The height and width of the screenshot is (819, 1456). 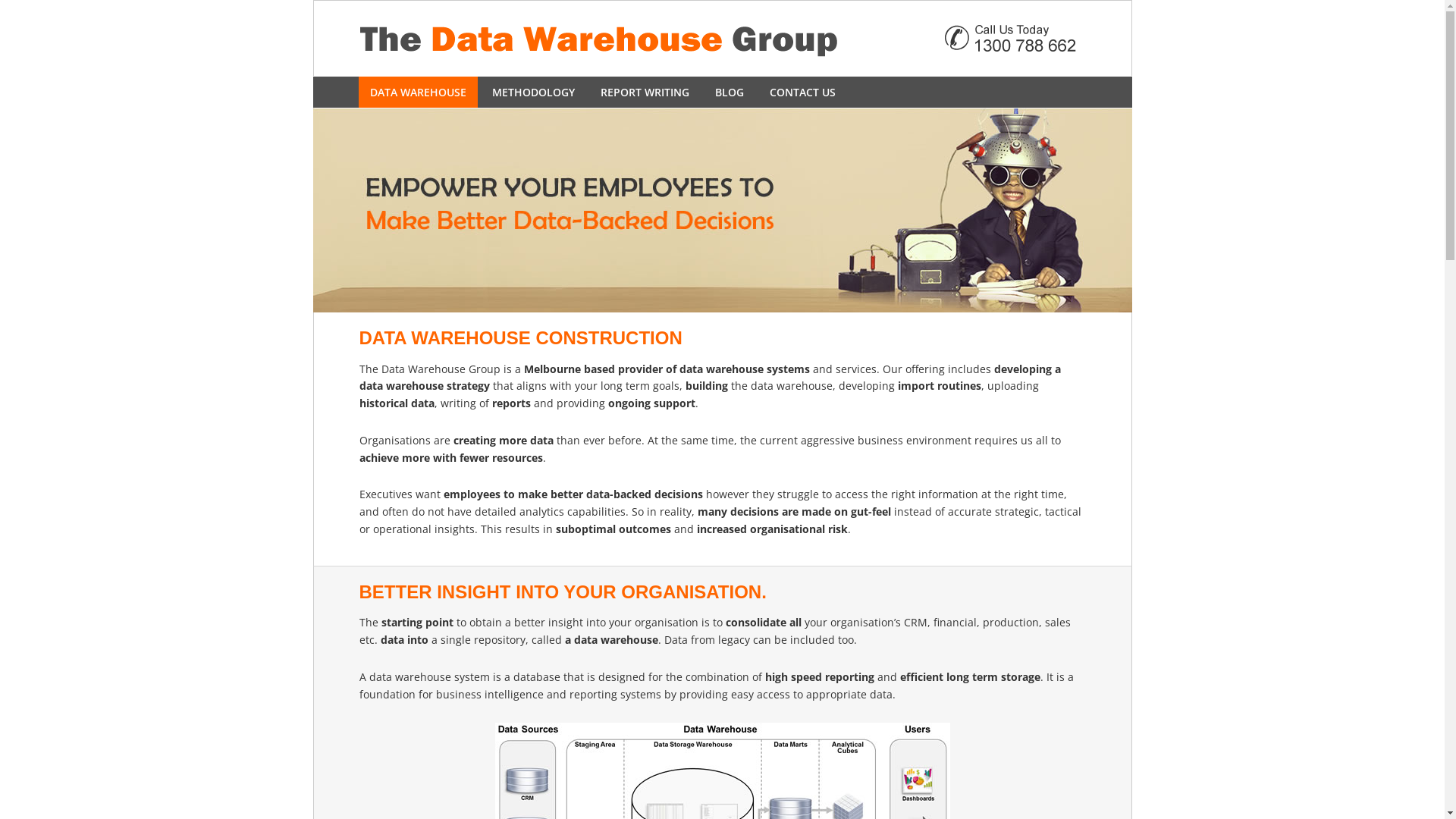 I want to click on 'The Data Warehouse Group', so click(x=720, y=37).